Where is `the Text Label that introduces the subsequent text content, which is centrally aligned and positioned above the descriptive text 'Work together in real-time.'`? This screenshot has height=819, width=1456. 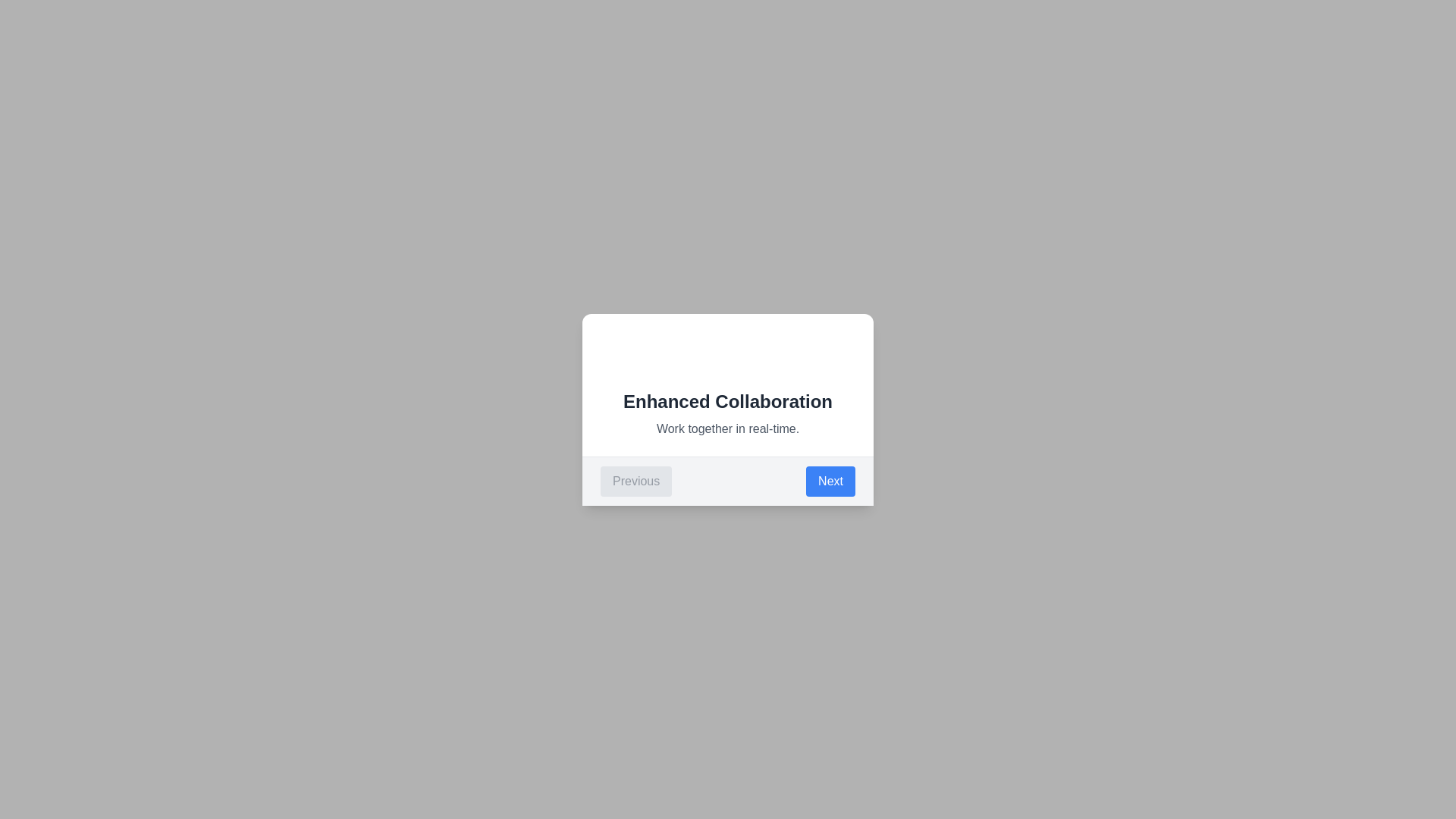
the Text Label that introduces the subsequent text content, which is centrally aligned and positioned above the descriptive text 'Work together in real-time.' is located at coordinates (728, 400).